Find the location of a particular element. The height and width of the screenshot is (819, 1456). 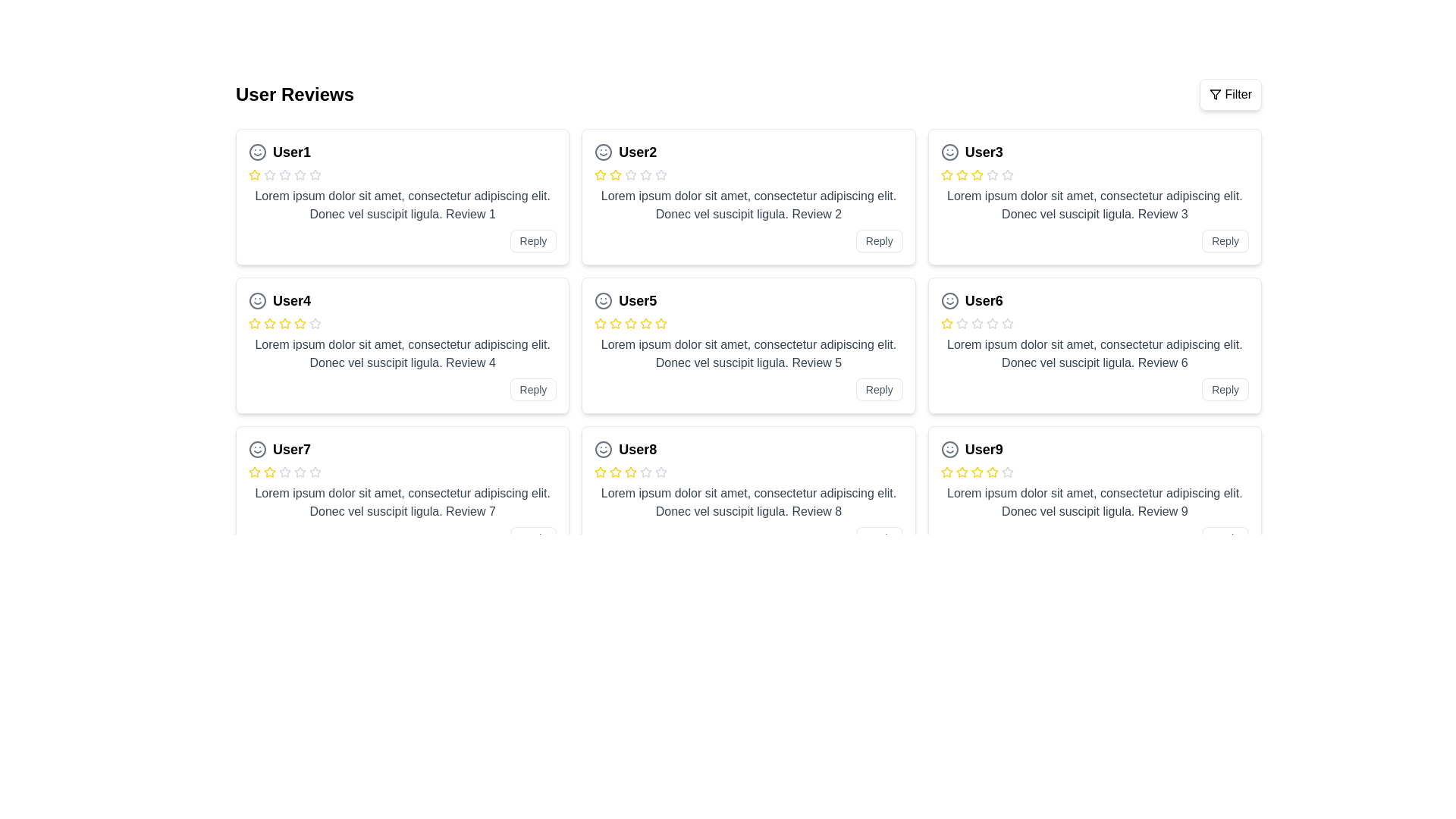

the second star icon in the rating component is located at coordinates (631, 174).